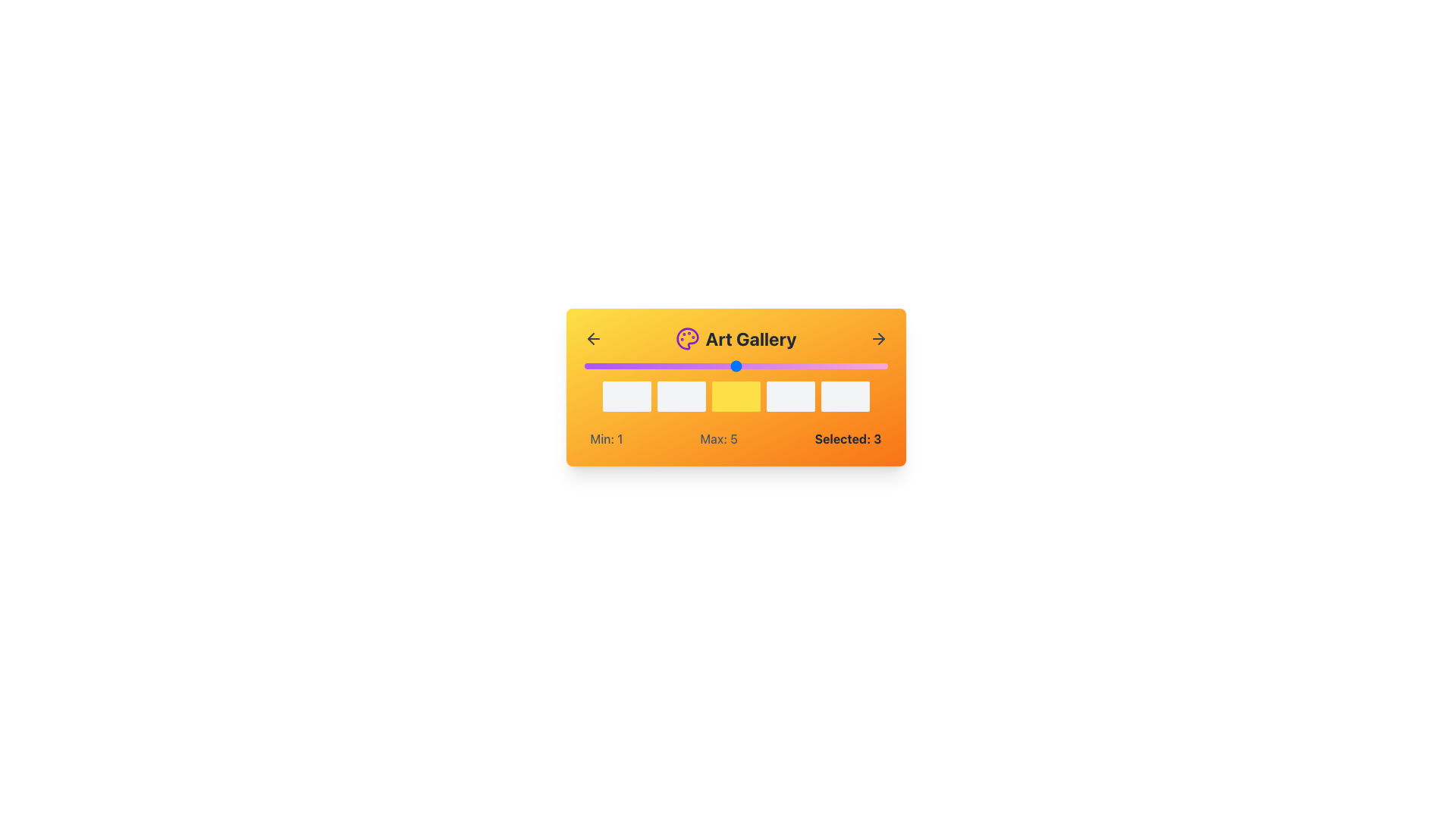 The height and width of the screenshot is (819, 1456). I want to click on the 'Art Gallery' title displayed in a bold, large font, centrally positioned in the toolbar with a painter's palette icon on the left, so click(736, 338).